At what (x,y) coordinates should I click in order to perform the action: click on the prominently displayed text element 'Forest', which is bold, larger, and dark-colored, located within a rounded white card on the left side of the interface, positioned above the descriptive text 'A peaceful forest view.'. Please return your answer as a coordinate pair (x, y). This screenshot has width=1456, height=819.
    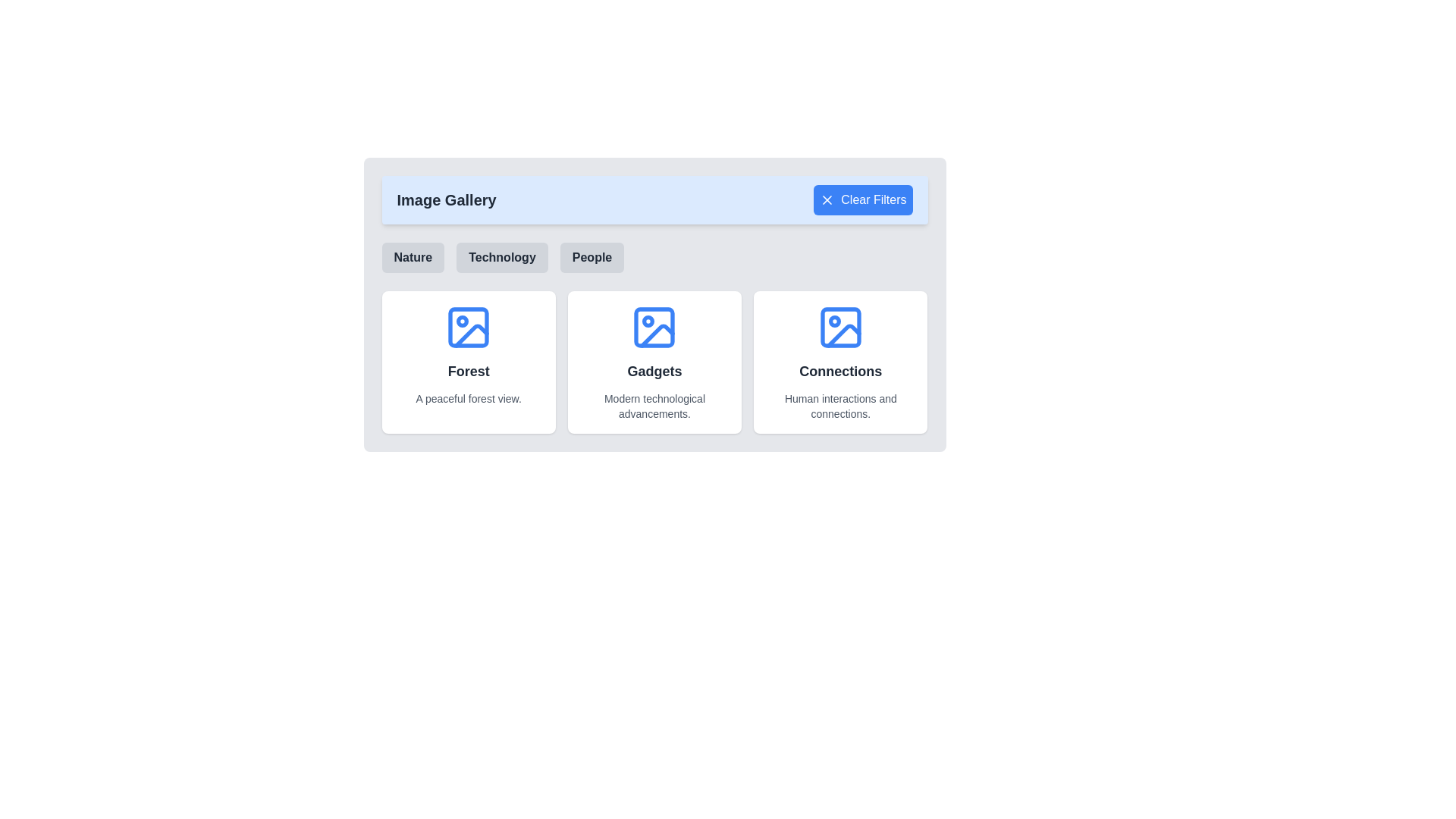
    Looking at the image, I should click on (468, 371).